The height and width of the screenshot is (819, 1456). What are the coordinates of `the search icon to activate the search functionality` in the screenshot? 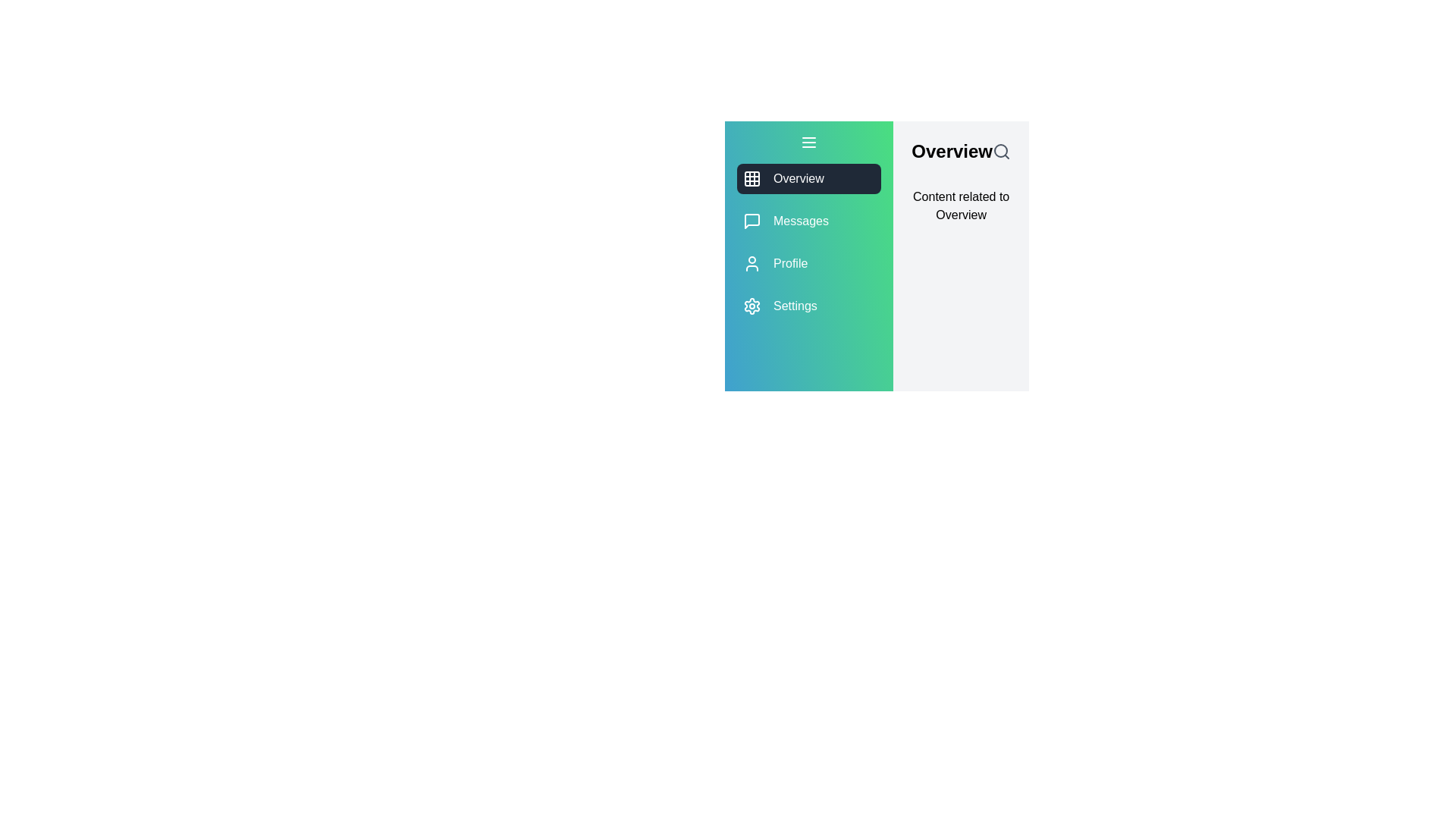 It's located at (1001, 152).